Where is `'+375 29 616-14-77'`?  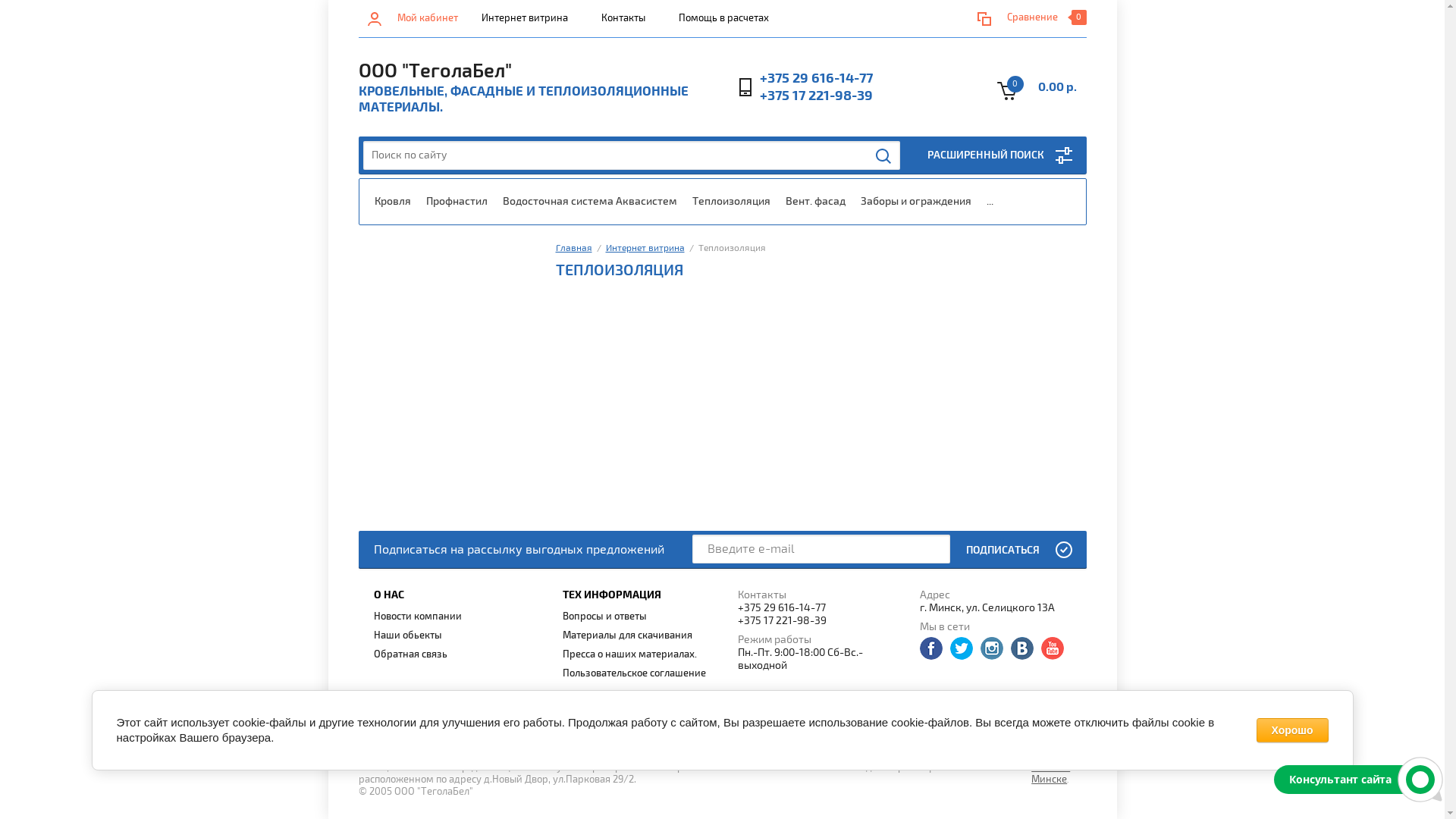 '+375 29 616-14-77' is located at coordinates (815, 78).